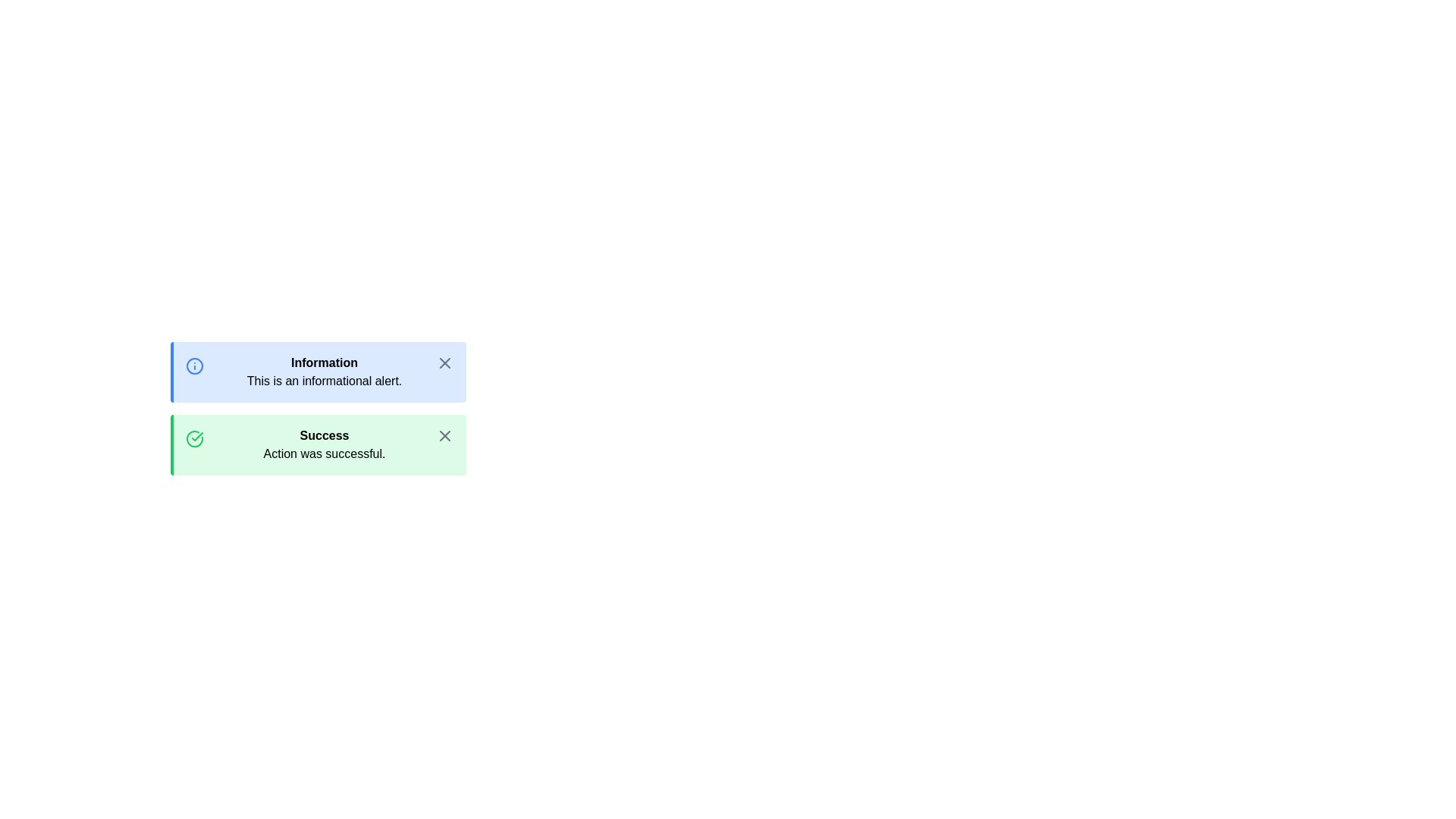 Image resolution: width=1456 pixels, height=819 pixels. Describe the element at coordinates (323, 372) in the screenshot. I see `text displayed in the textual display located in the topmost notification area, right of the icon and left of the dismissal button in the 'Info Alert' box` at that location.